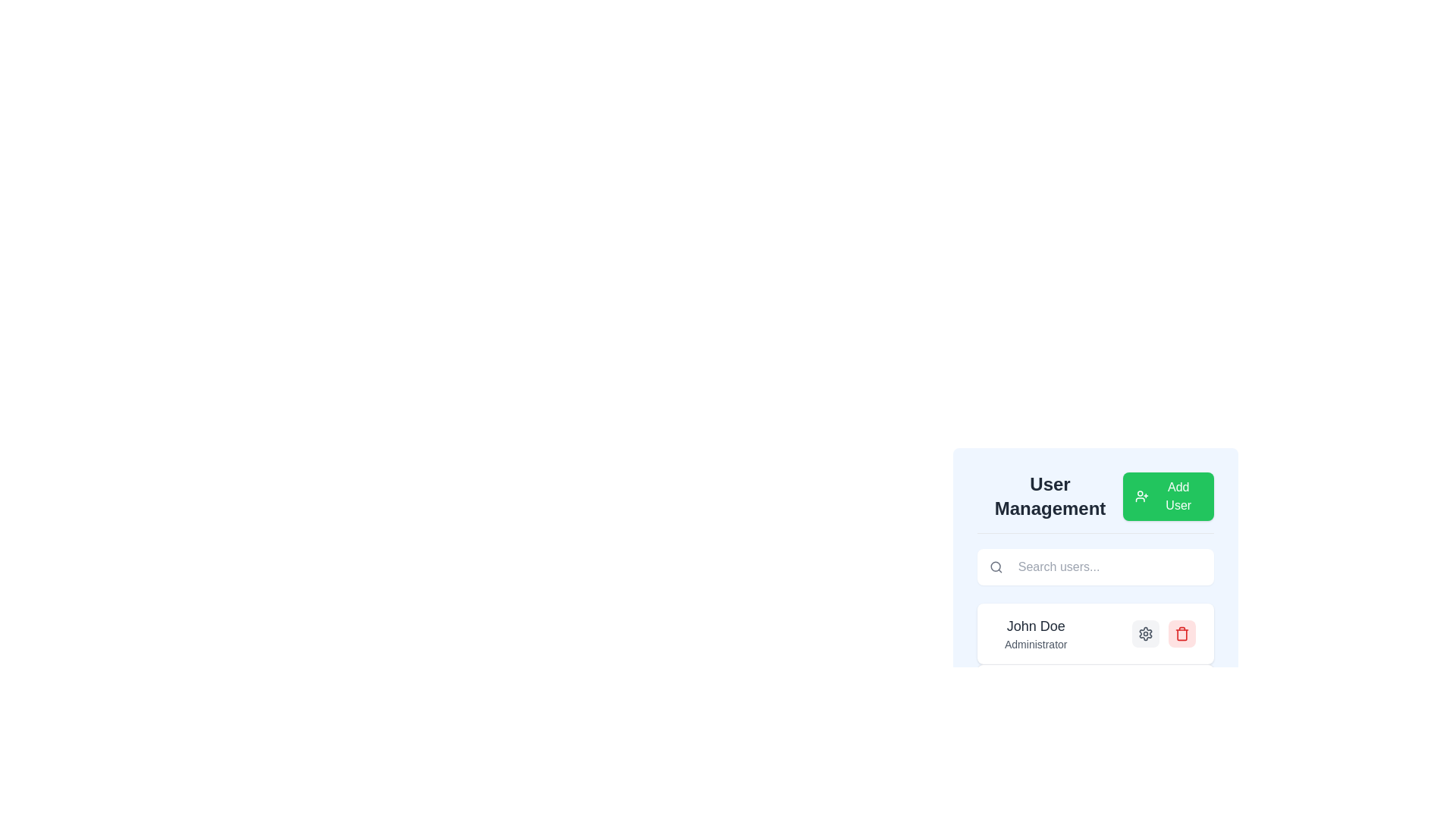  Describe the element at coordinates (1178, 497) in the screenshot. I see `text label indicating the purpose of the 'Add User' button located in the top-right area of the green button` at that location.